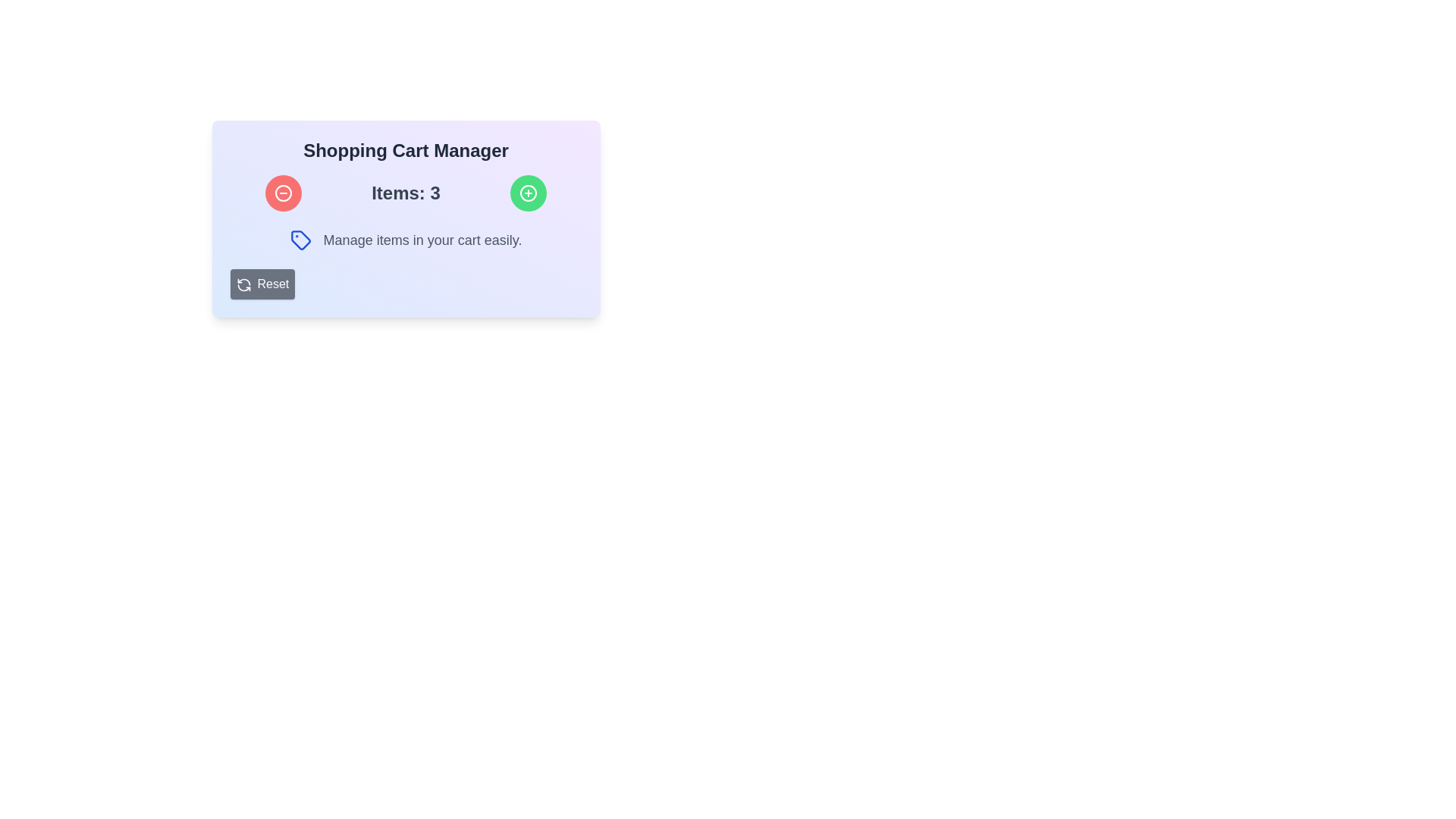 The image size is (1456, 819). Describe the element at coordinates (406, 192) in the screenshot. I see `the text label displaying 'Items: 3' which is centered in the header section of a light-colored card layout, located below 'Shopping Cart Manager'` at that location.